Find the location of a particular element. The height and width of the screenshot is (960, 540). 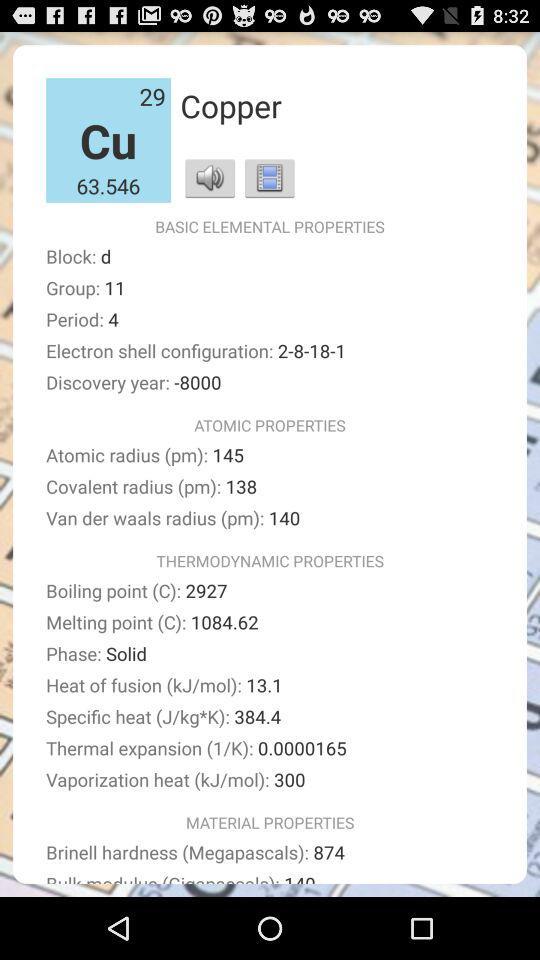

volume symbol is located at coordinates (209, 176).